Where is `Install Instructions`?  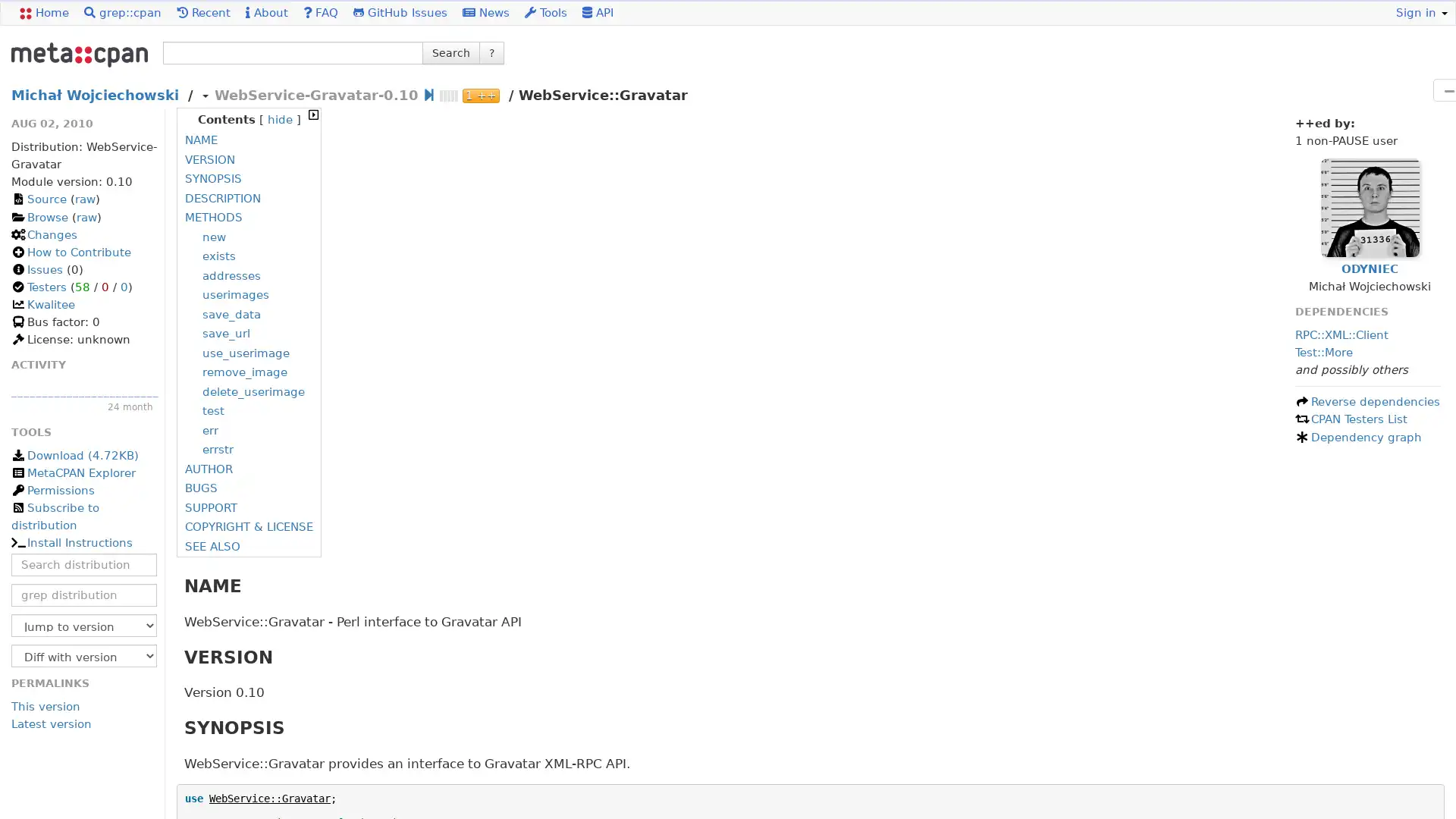
Install Instructions is located at coordinates (71, 542).